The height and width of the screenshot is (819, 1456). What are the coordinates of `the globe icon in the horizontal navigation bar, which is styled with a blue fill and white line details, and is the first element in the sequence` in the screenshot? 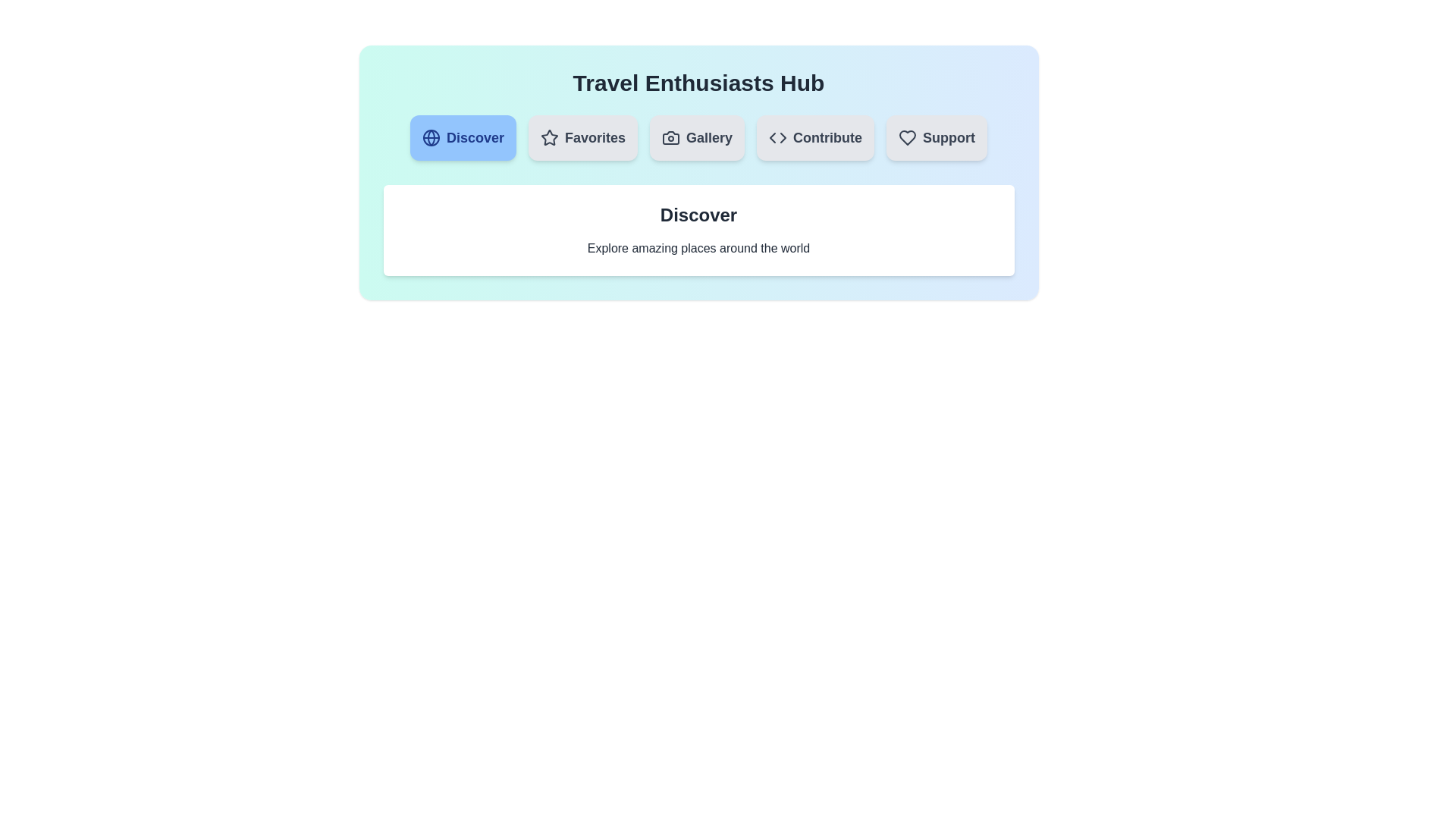 It's located at (430, 137).